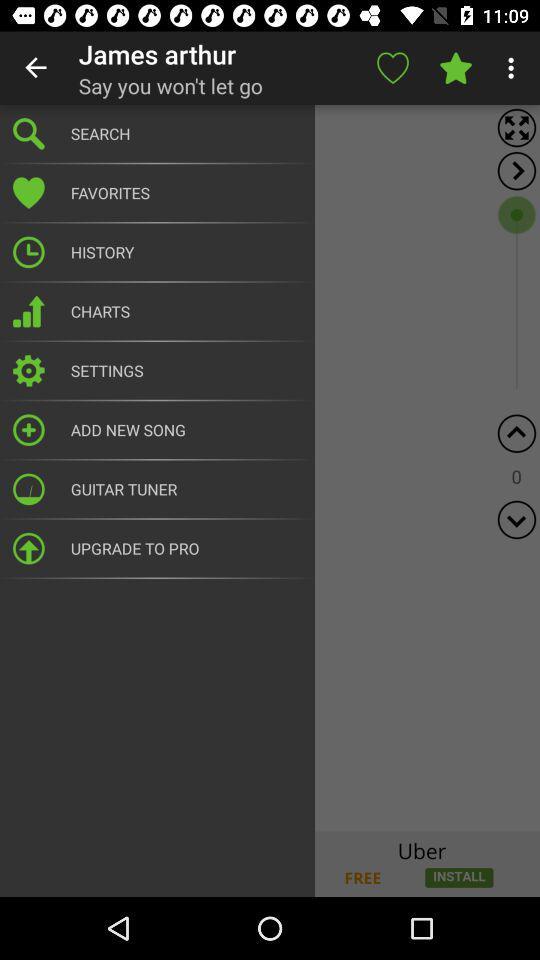 This screenshot has width=540, height=960. Describe the element at coordinates (270, 863) in the screenshot. I see `advertisement image link` at that location.